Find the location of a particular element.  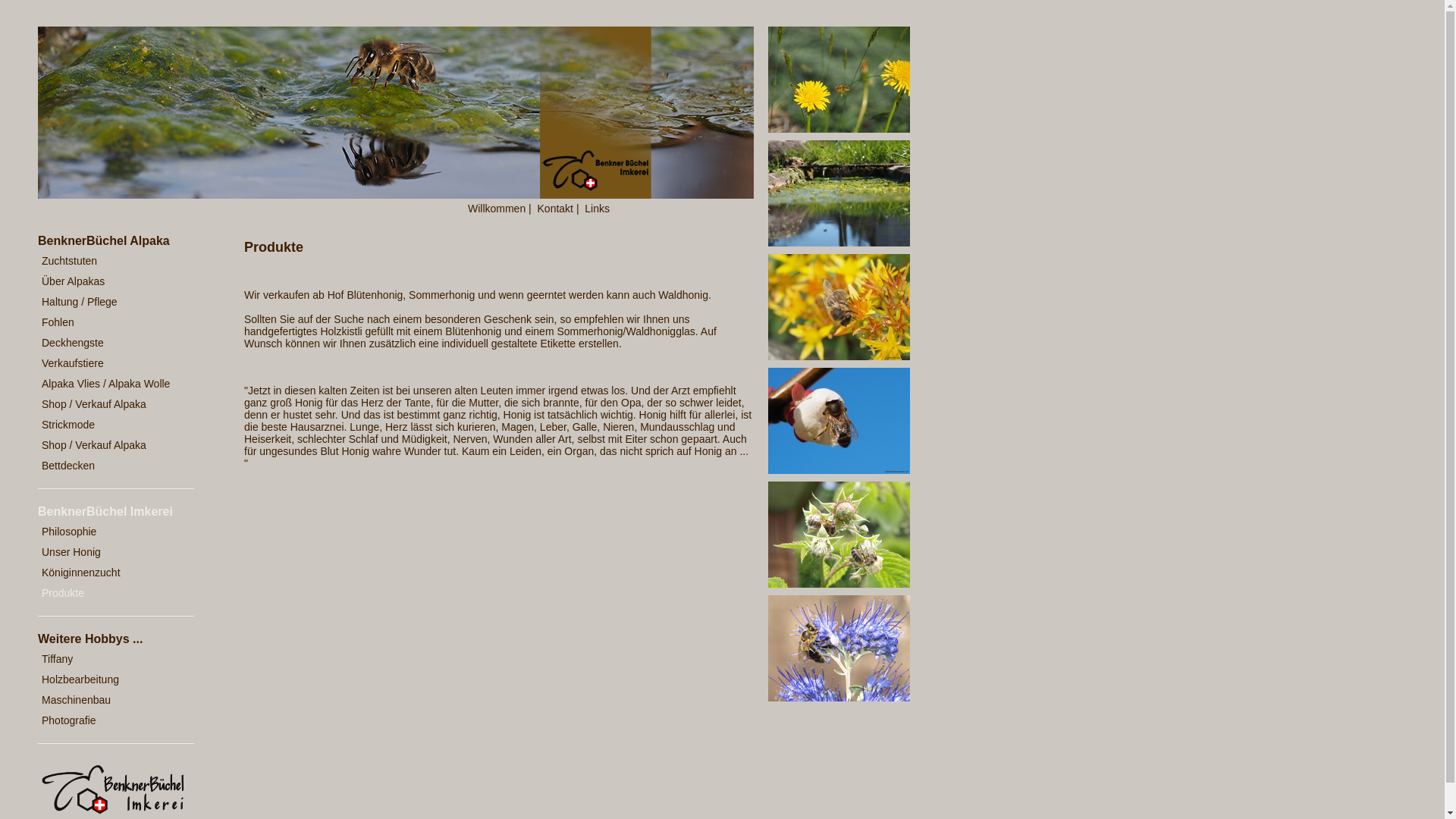

'Shop / Verkauf Alpaka Bettdecken' is located at coordinates (37, 455).